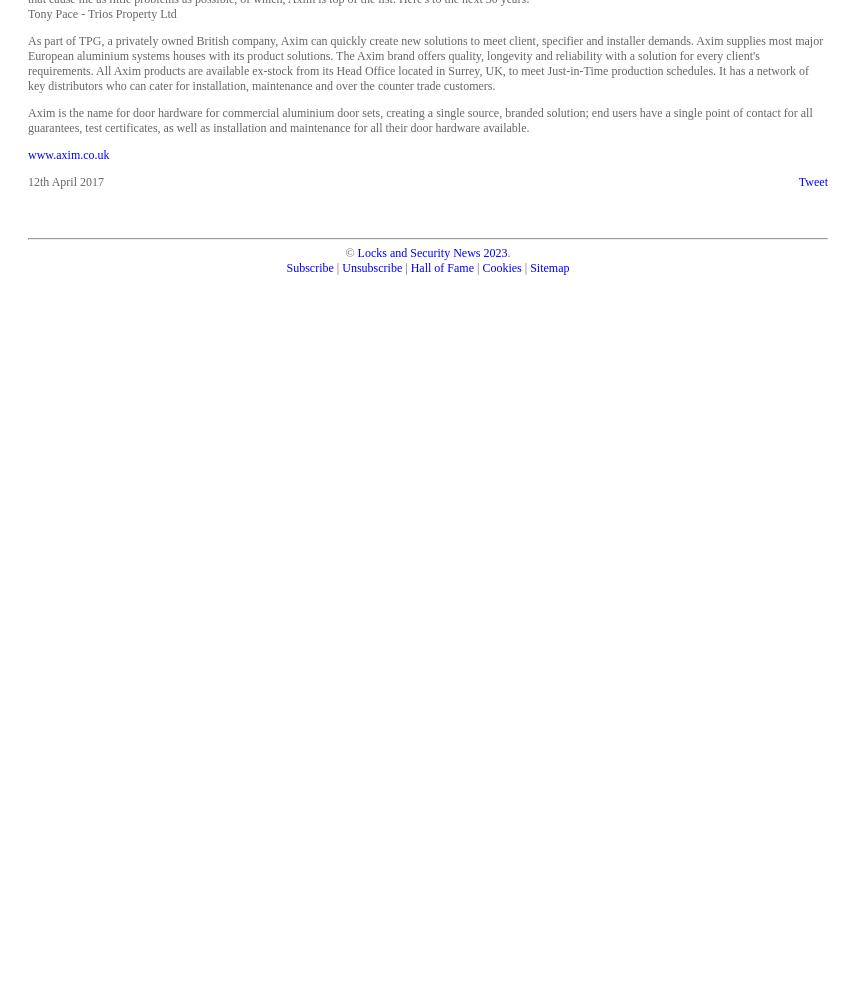 This screenshot has width=856, height=1000. What do you see at coordinates (419, 119) in the screenshot?
I see `'Axim is the name for door hardware for commercial aluminium door sets, creating a single source, branded solution; end users have a single point of contact for all guarantees, test certificates, as well as installation and maintenance for all their door hardware available.'` at bounding box center [419, 119].